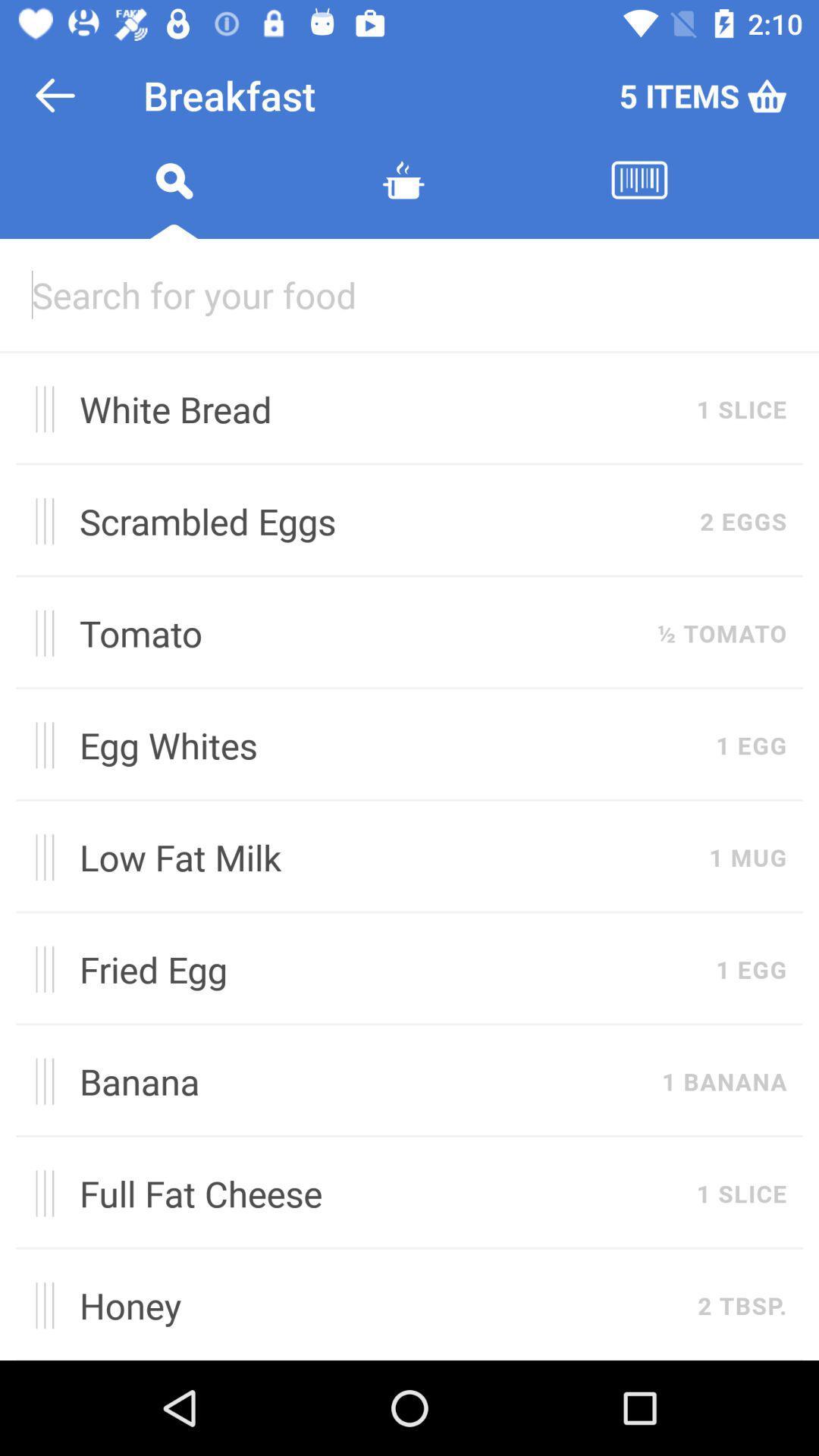 Image resolution: width=819 pixels, height=1456 pixels. I want to click on bar code scan, so click(639, 198).